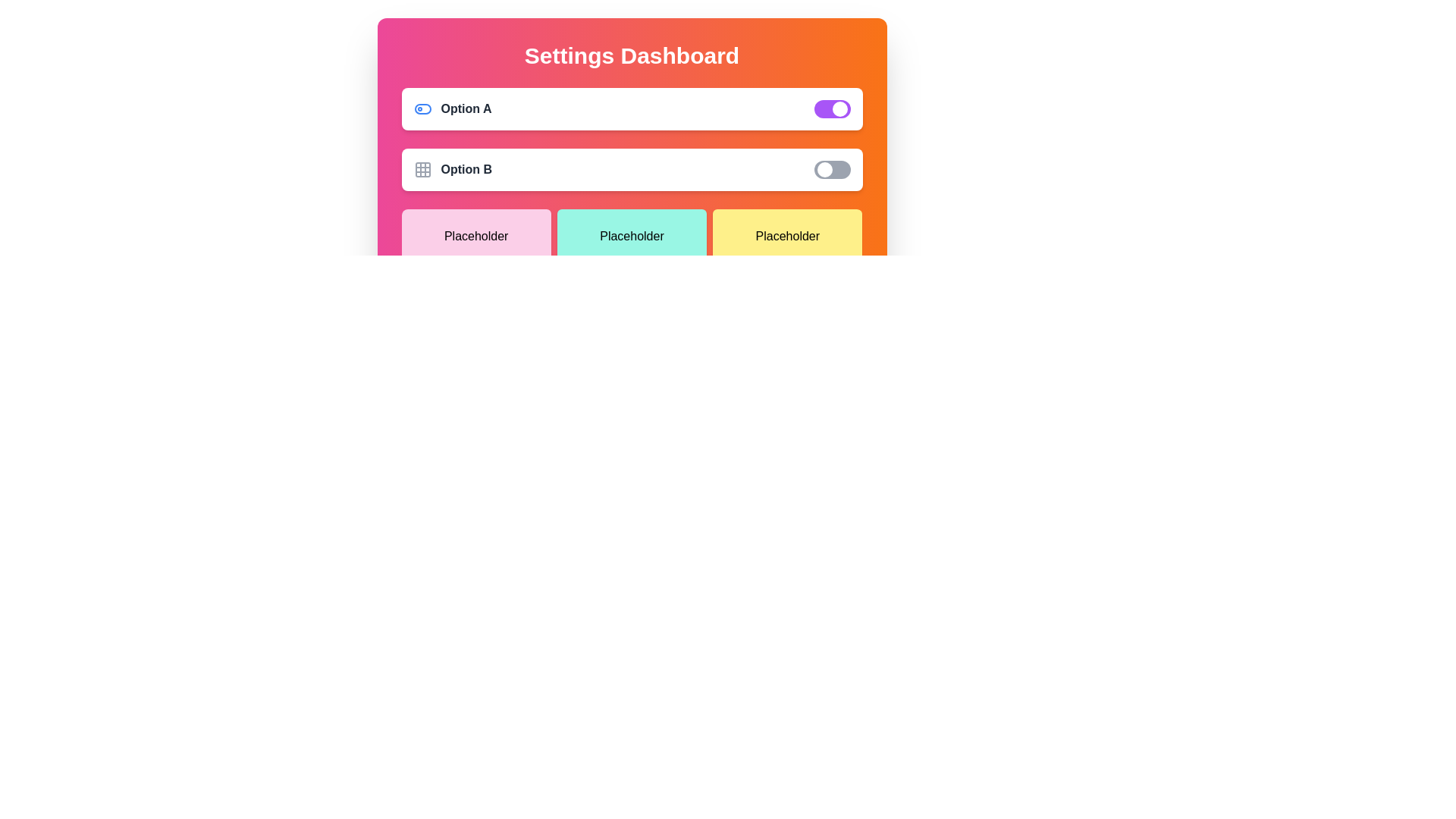 The image size is (1456, 819). I want to click on the text label for the toggle option 'Option A', which is positioned to the right of a blue toggle icon, so click(465, 108).